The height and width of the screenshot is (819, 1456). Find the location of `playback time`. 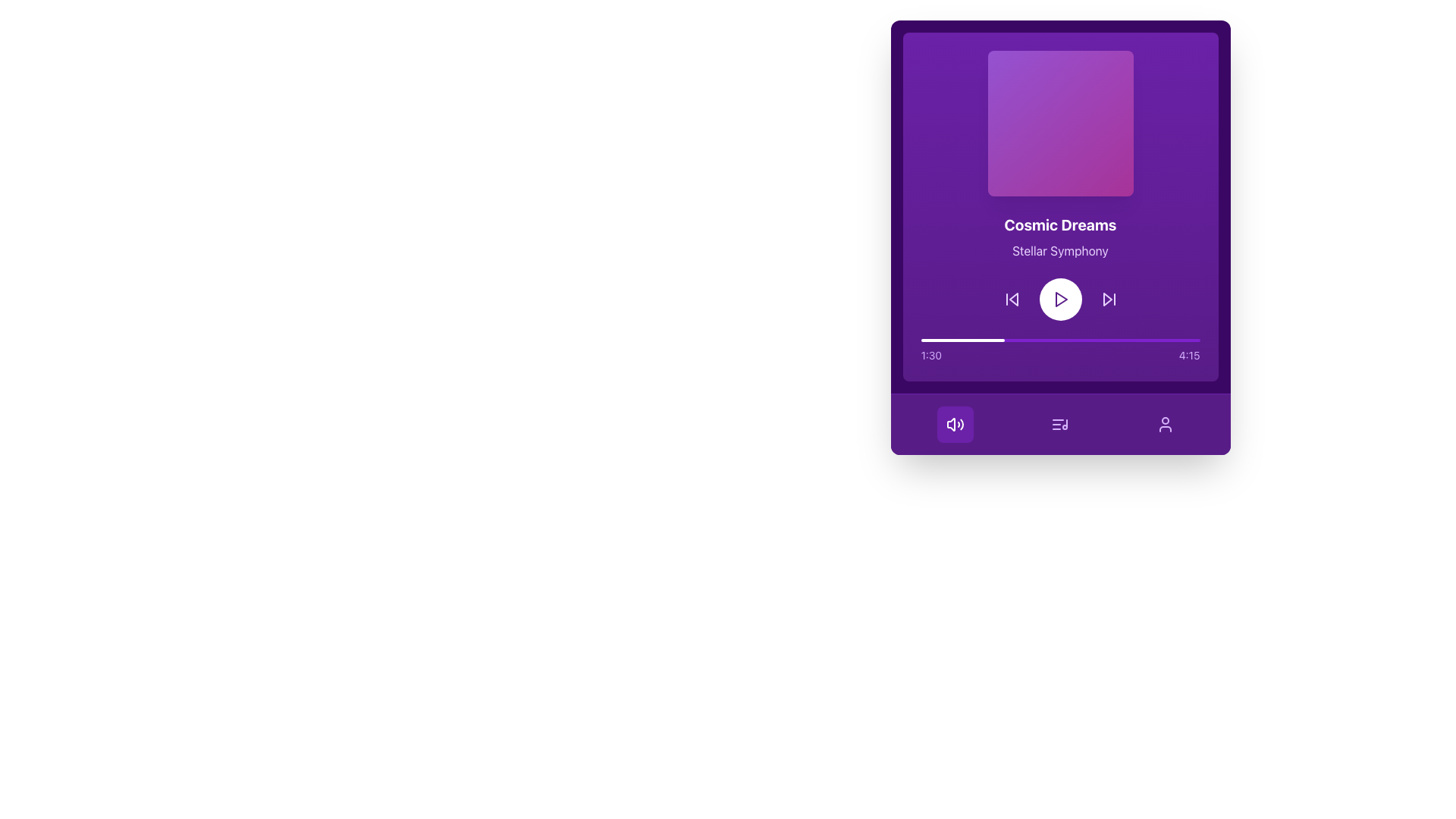

playback time is located at coordinates (1134, 339).